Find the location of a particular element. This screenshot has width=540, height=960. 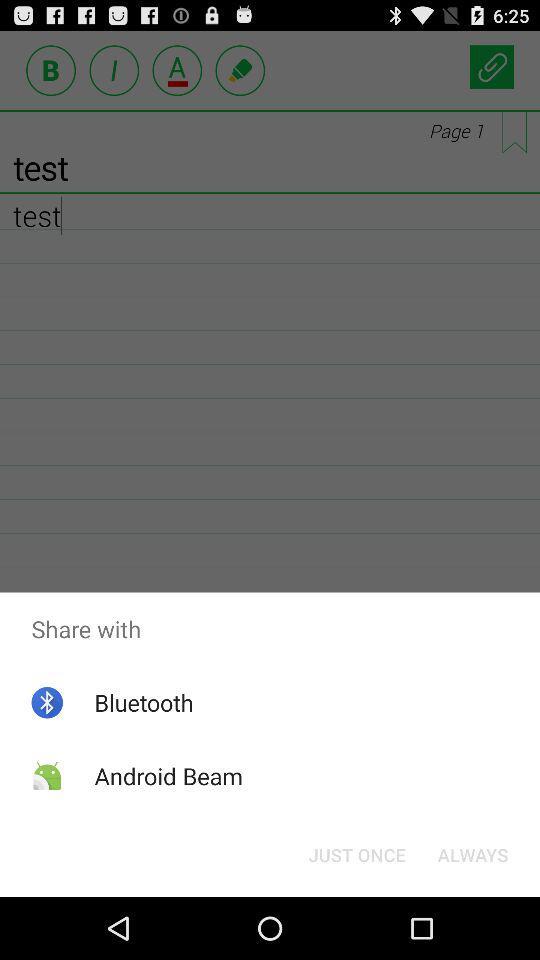

bluetooth icon is located at coordinates (143, 702).